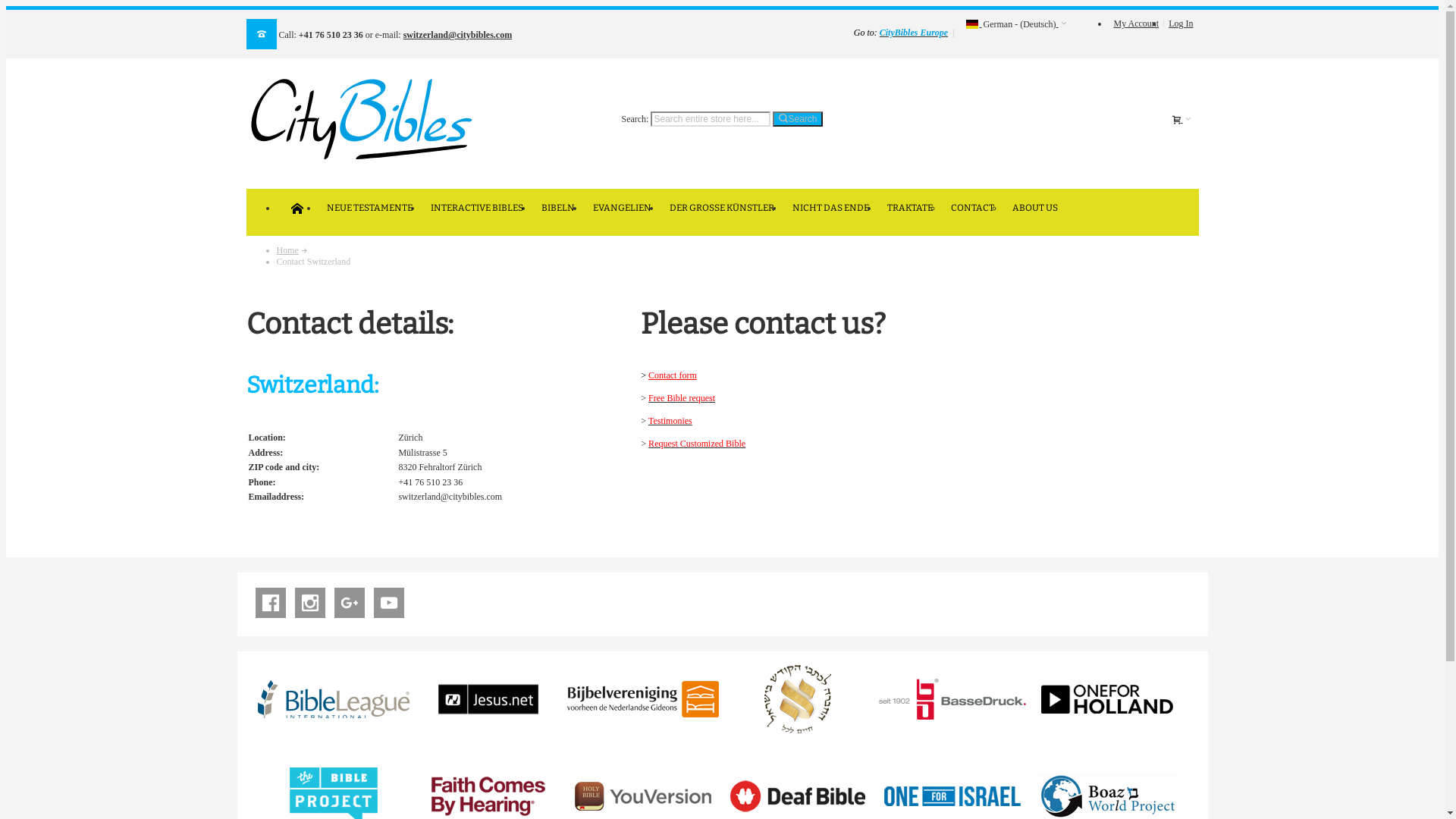  Describe the element at coordinates (1136, 23) in the screenshot. I see `'My Account'` at that location.